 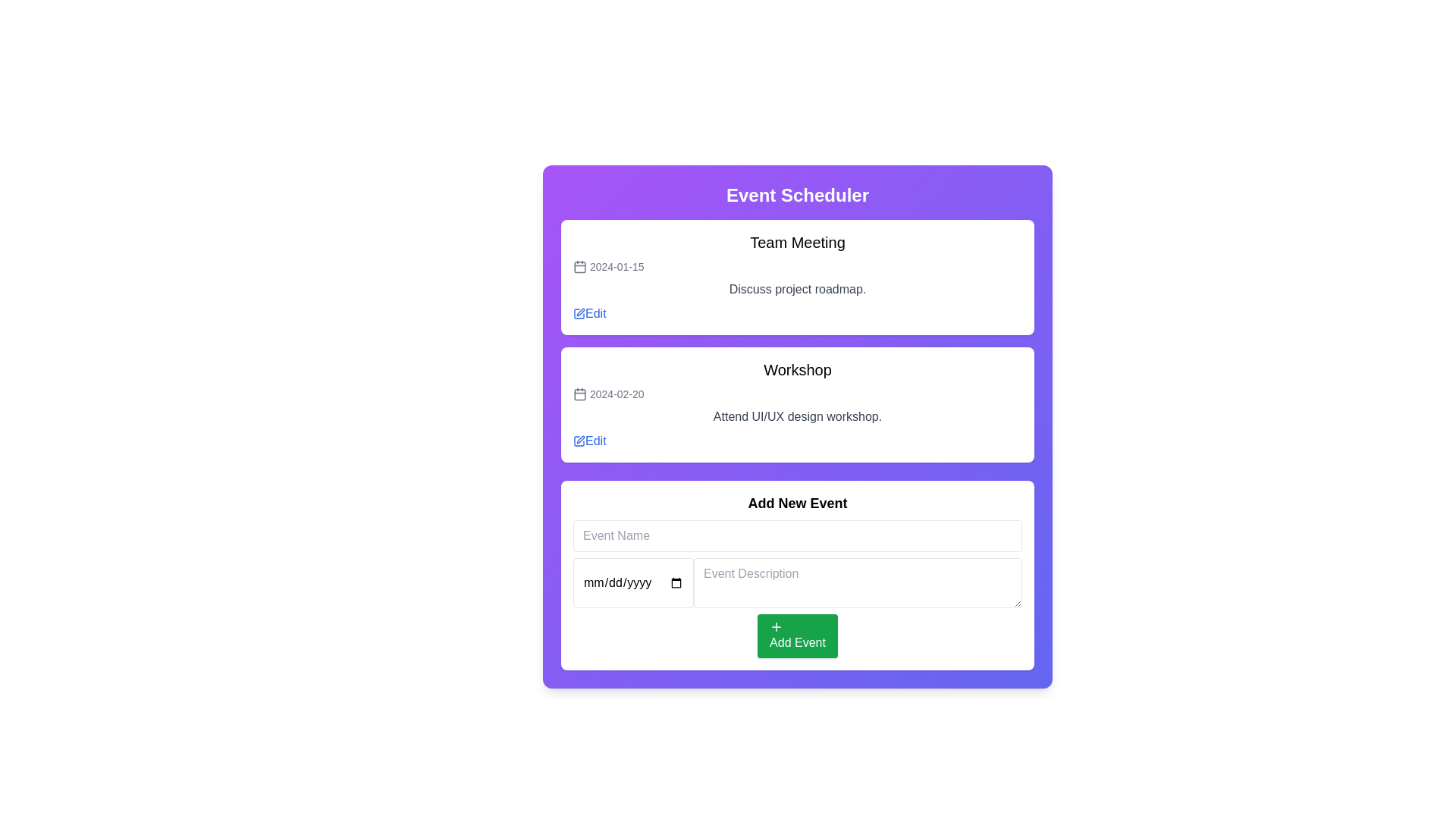 What do you see at coordinates (578, 441) in the screenshot?
I see `the editing icon located in the middle section of the interface` at bounding box center [578, 441].